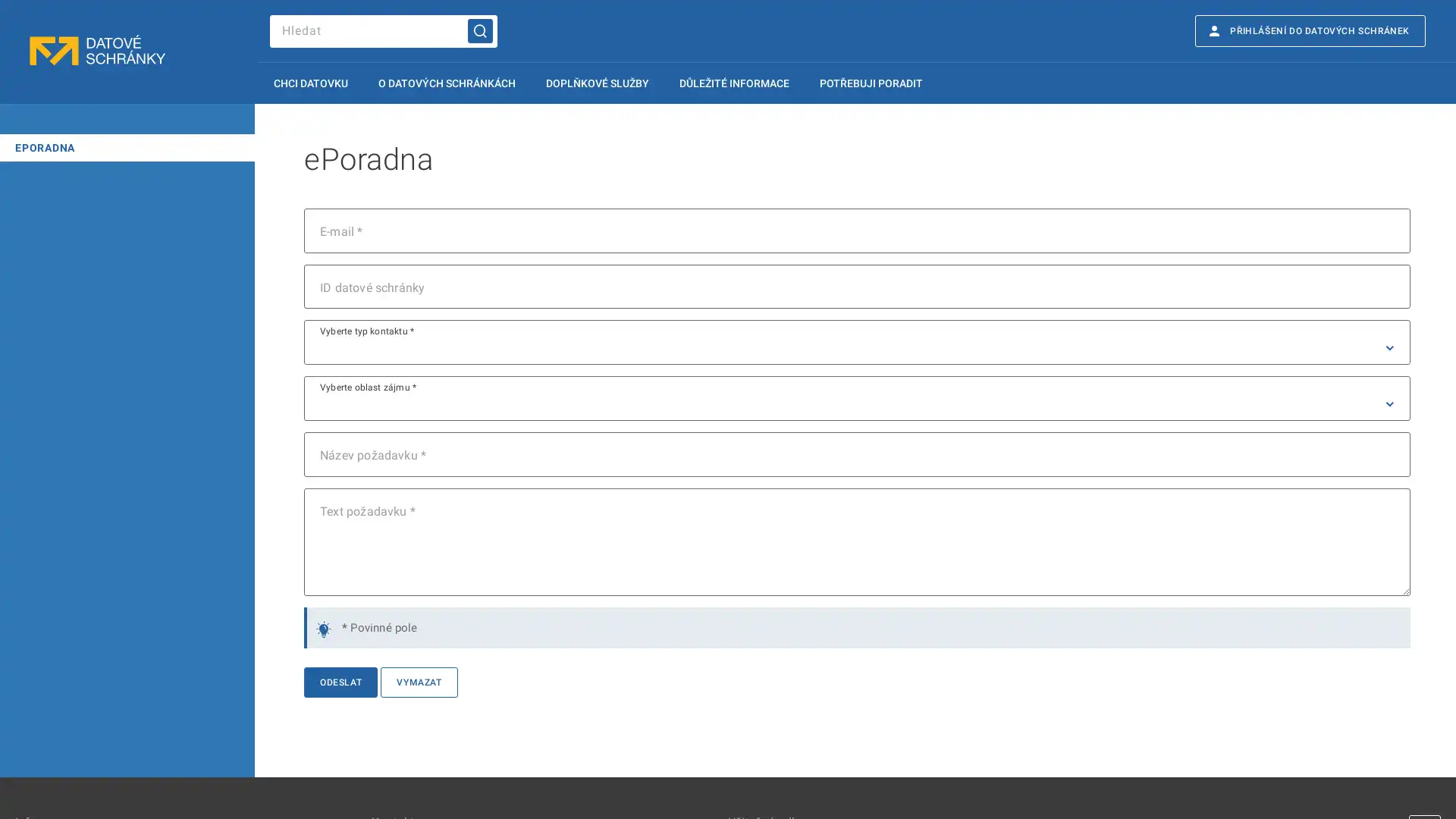 This screenshot has height=819, width=1456. Describe the element at coordinates (419, 680) in the screenshot. I see `VYMAZAT` at that location.